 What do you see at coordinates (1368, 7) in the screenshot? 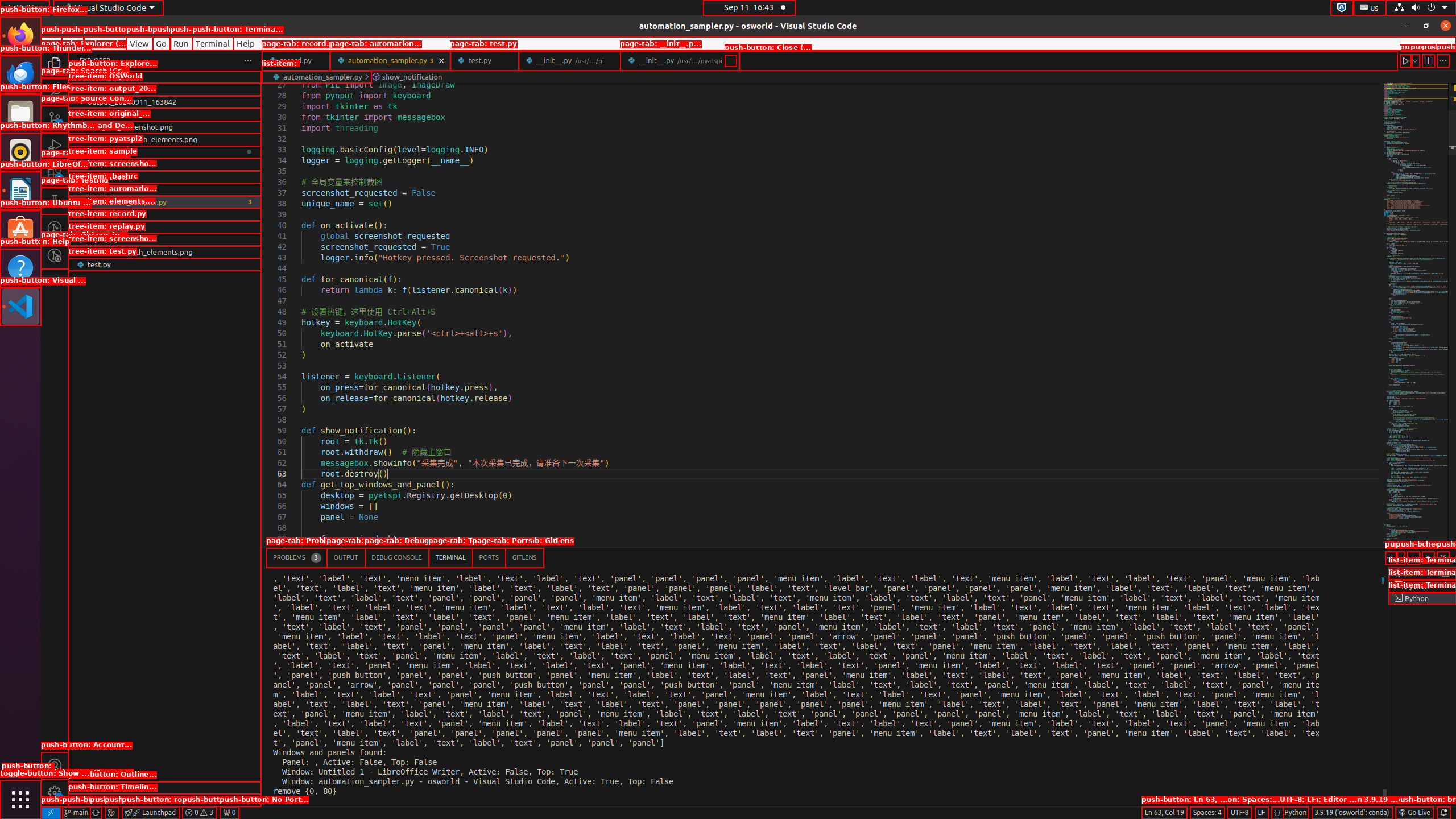
I see `':1.21/StatusNotifierItem'` at bounding box center [1368, 7].